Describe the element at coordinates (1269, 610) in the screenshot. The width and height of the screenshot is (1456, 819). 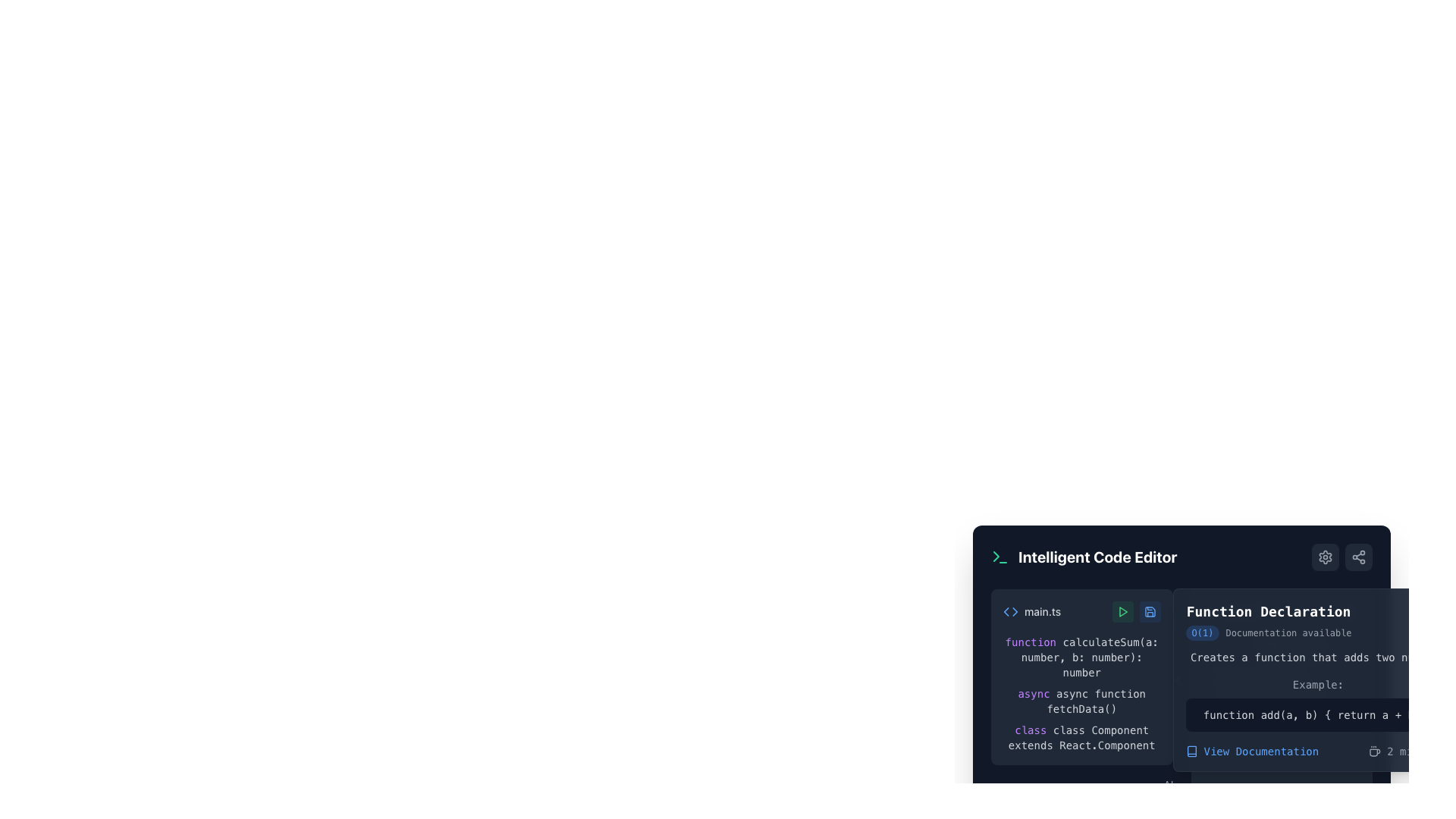
I see `the bold, white text label reading 'Function Declaration' located at the top-left of its section, which stands out against a dark background` at that location.